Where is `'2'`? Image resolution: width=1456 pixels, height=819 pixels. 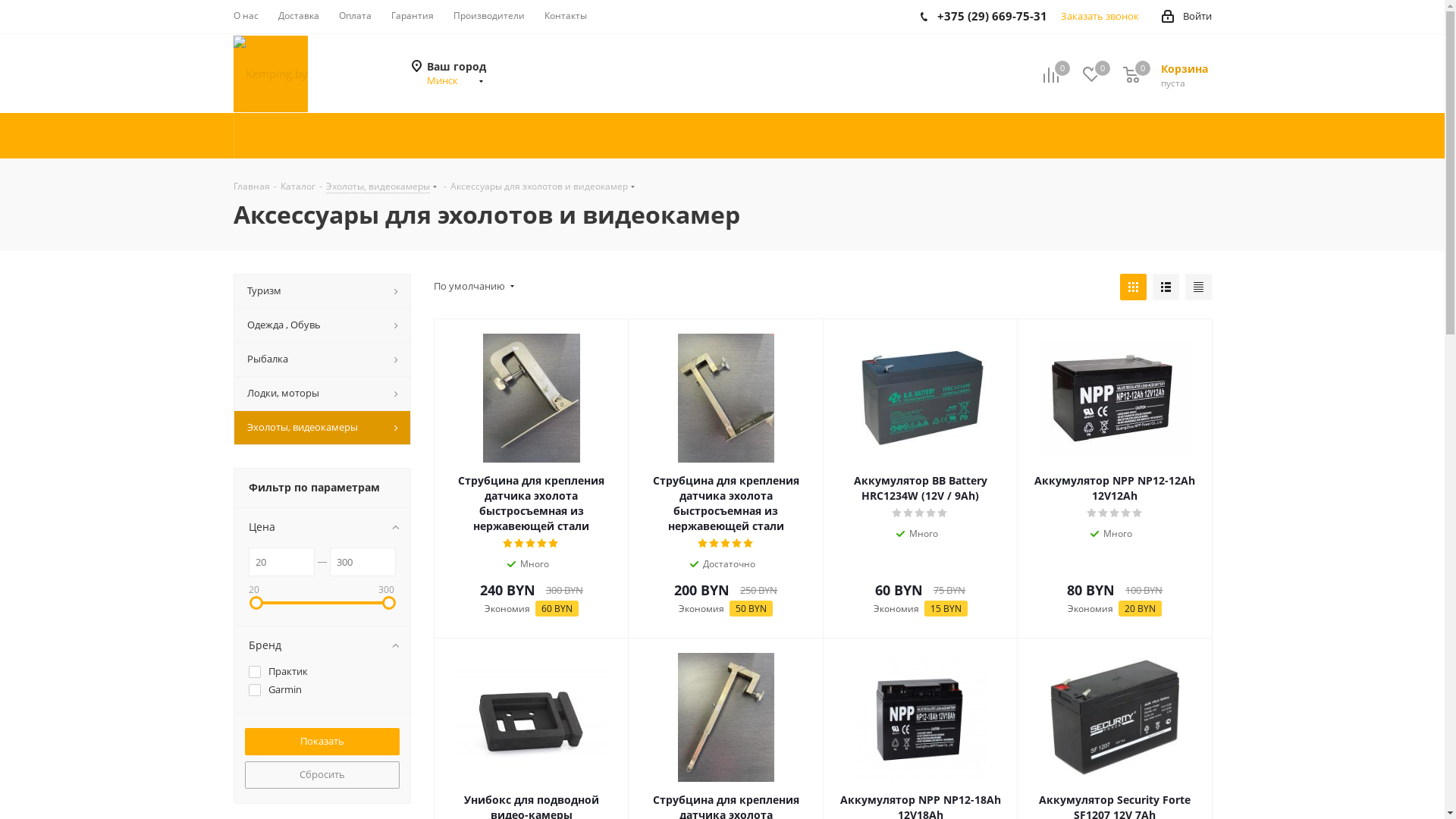 '2' is located at coordinates (908, 513).